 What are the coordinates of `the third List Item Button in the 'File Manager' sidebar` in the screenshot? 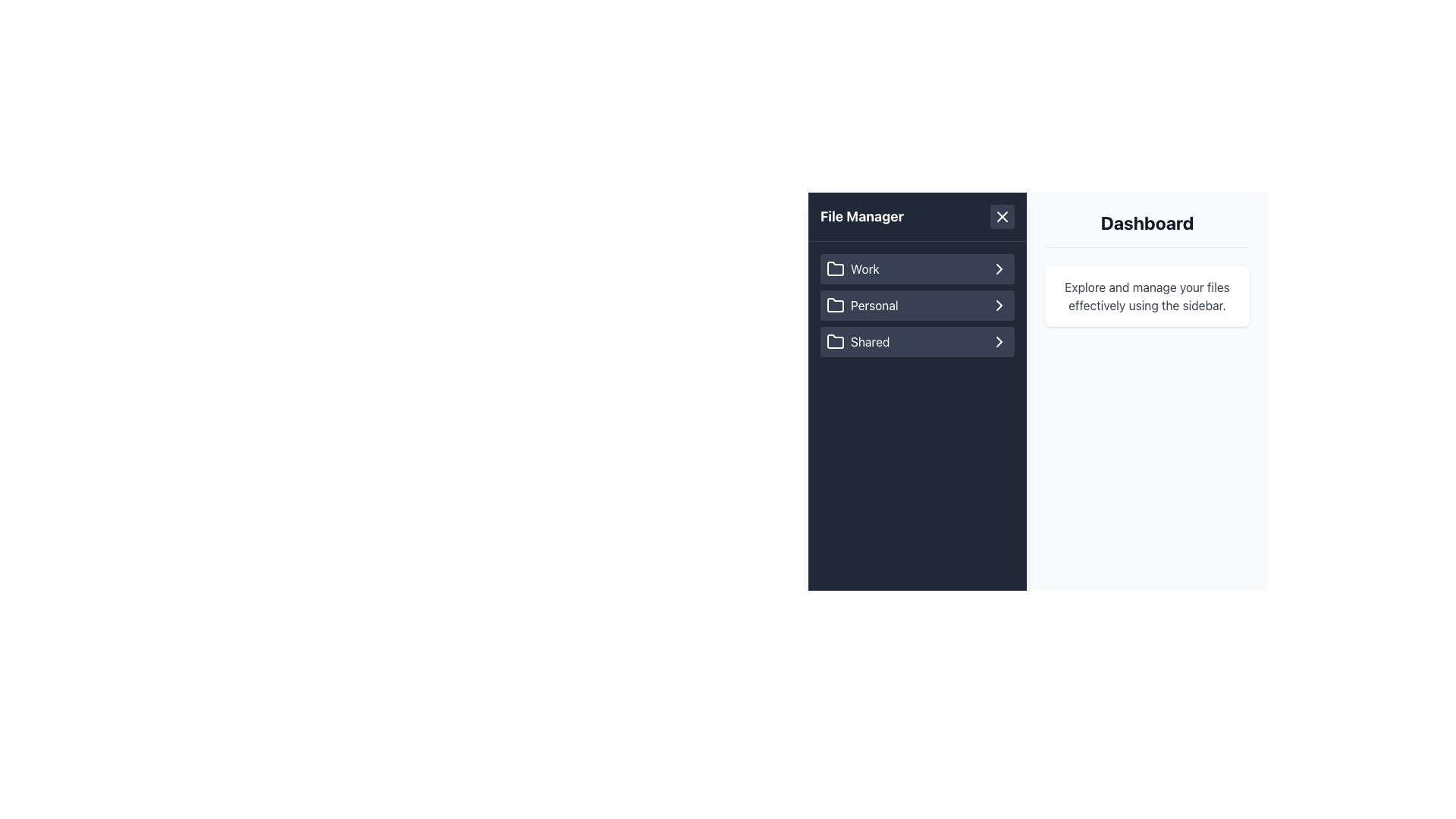 It's located at (916, 342).